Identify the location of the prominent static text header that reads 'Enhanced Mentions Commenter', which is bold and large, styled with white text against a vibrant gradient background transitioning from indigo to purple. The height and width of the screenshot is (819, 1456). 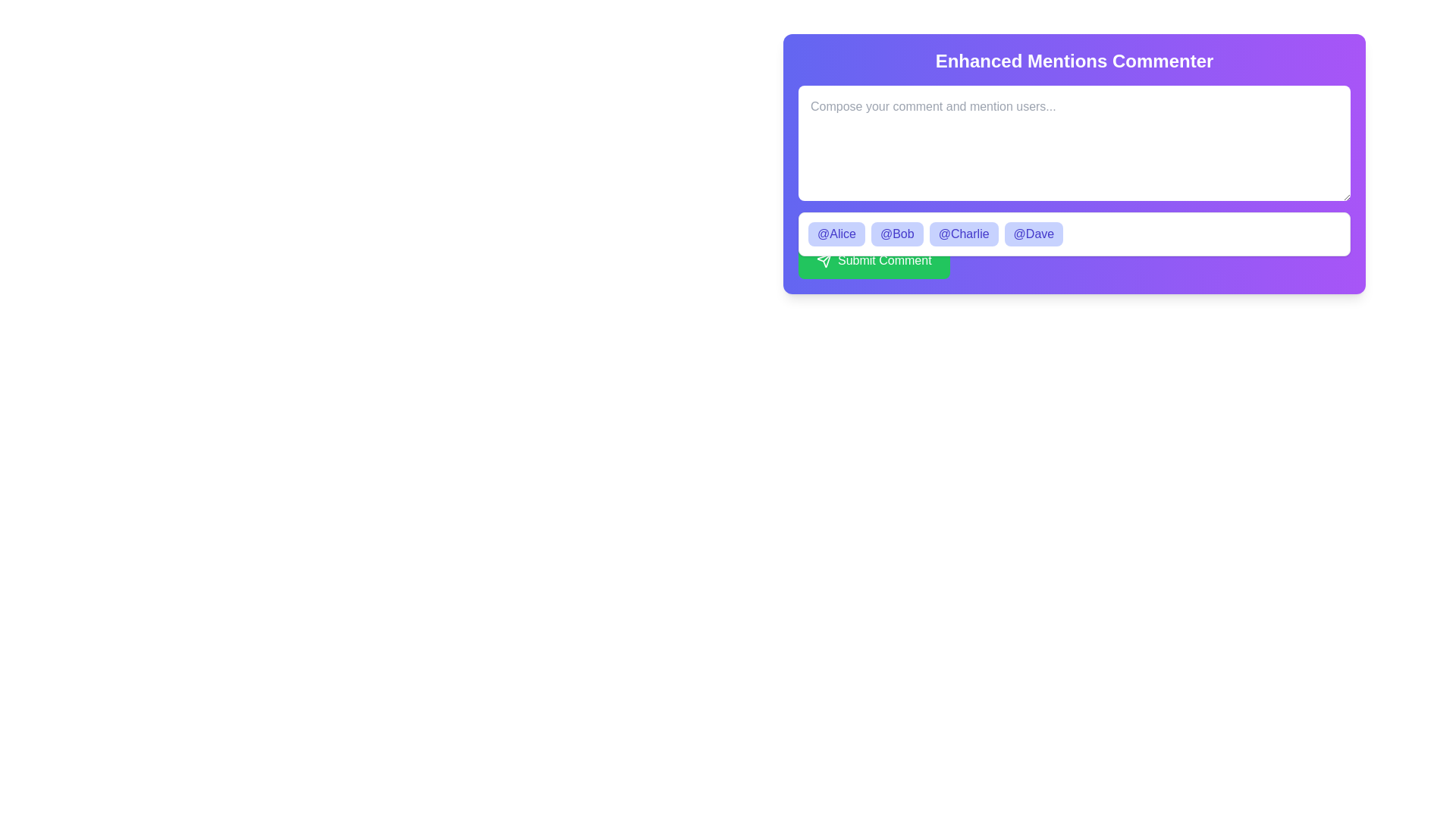
(1073, 61).